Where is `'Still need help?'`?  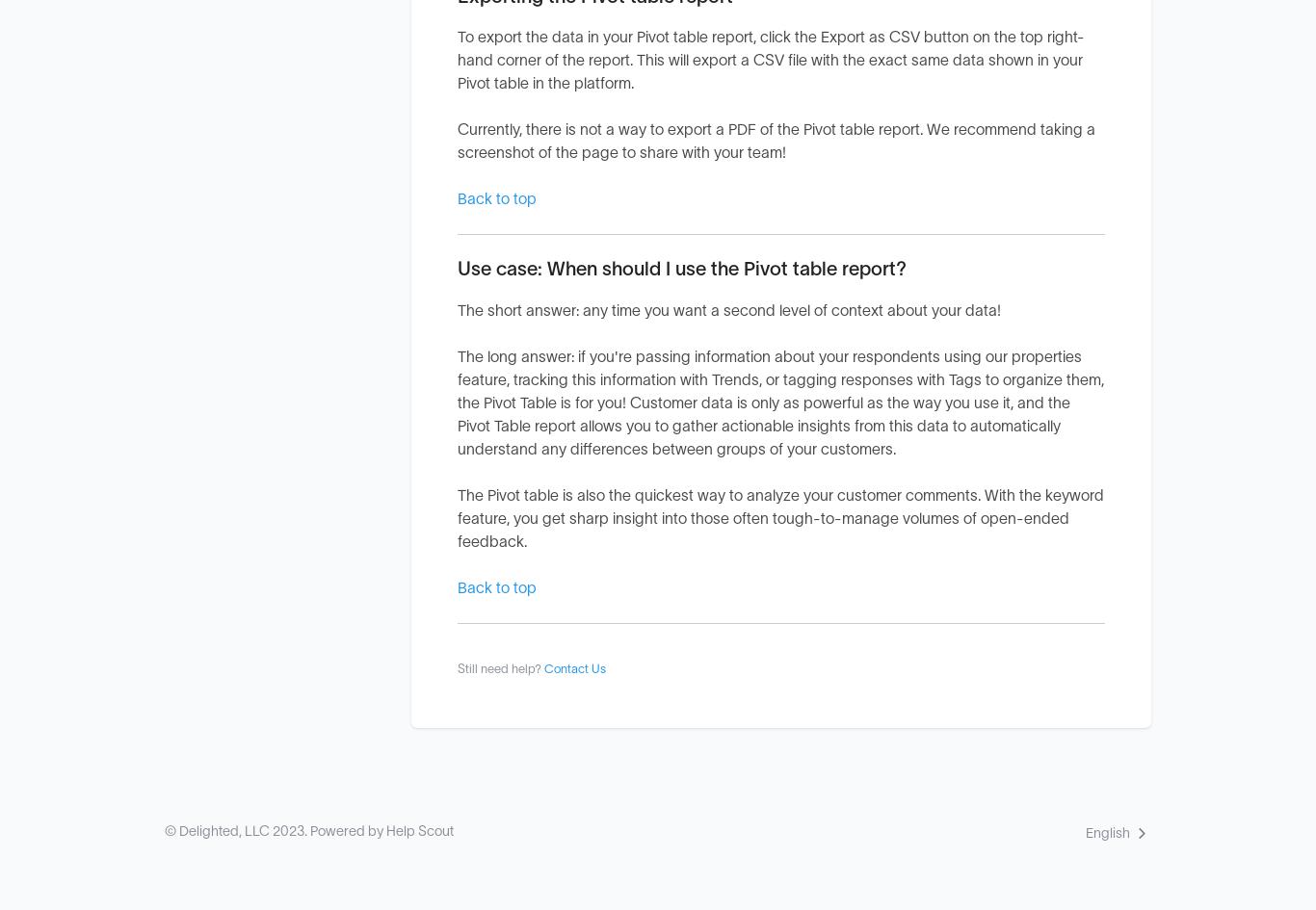
'Still need help?' is located at coordinates (457, 668).